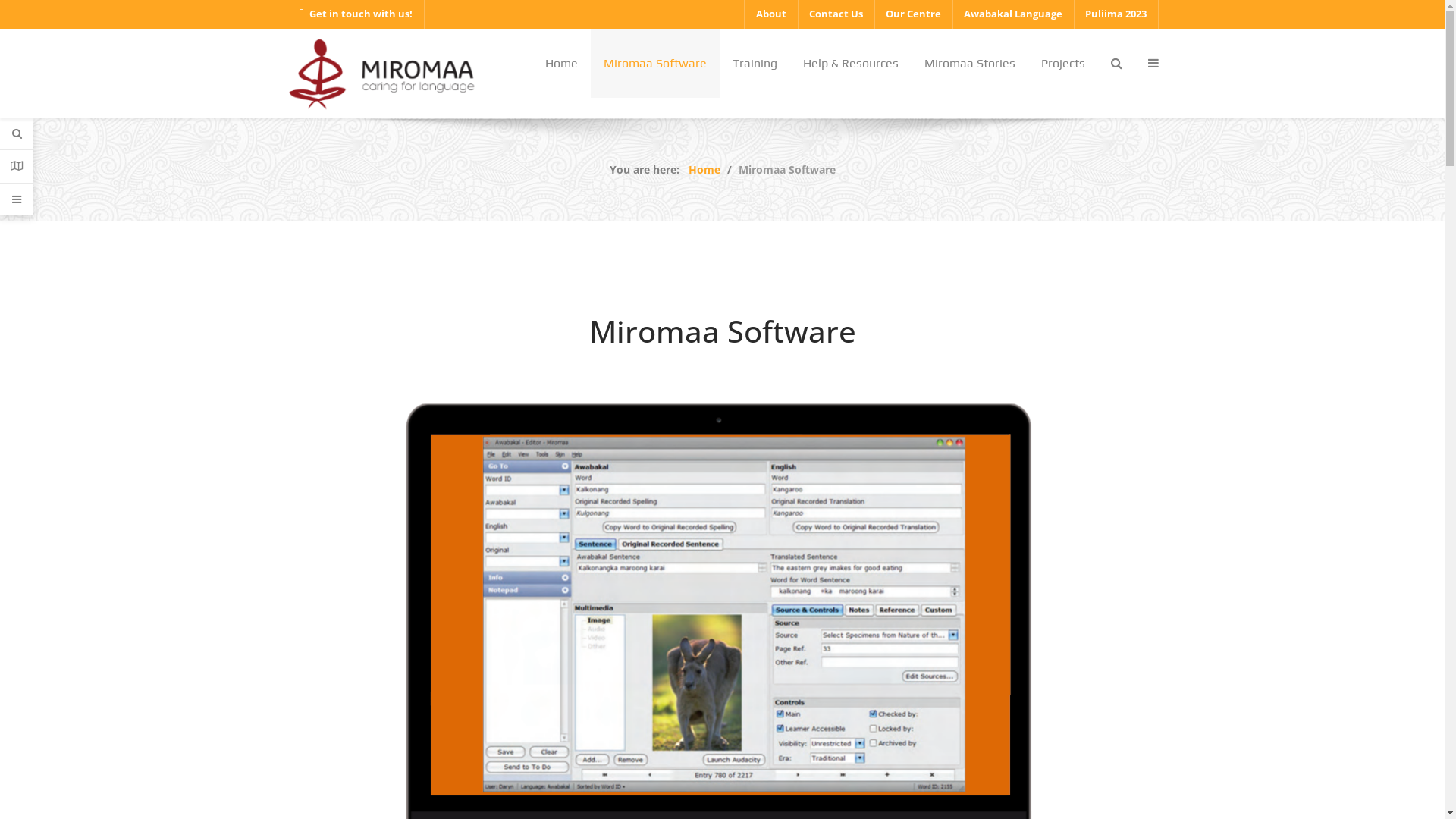 This screenshot has width=1456, height=819. Describe the element at coordinates (754, 62) in the screenshot. I see `'Training'` at that location.